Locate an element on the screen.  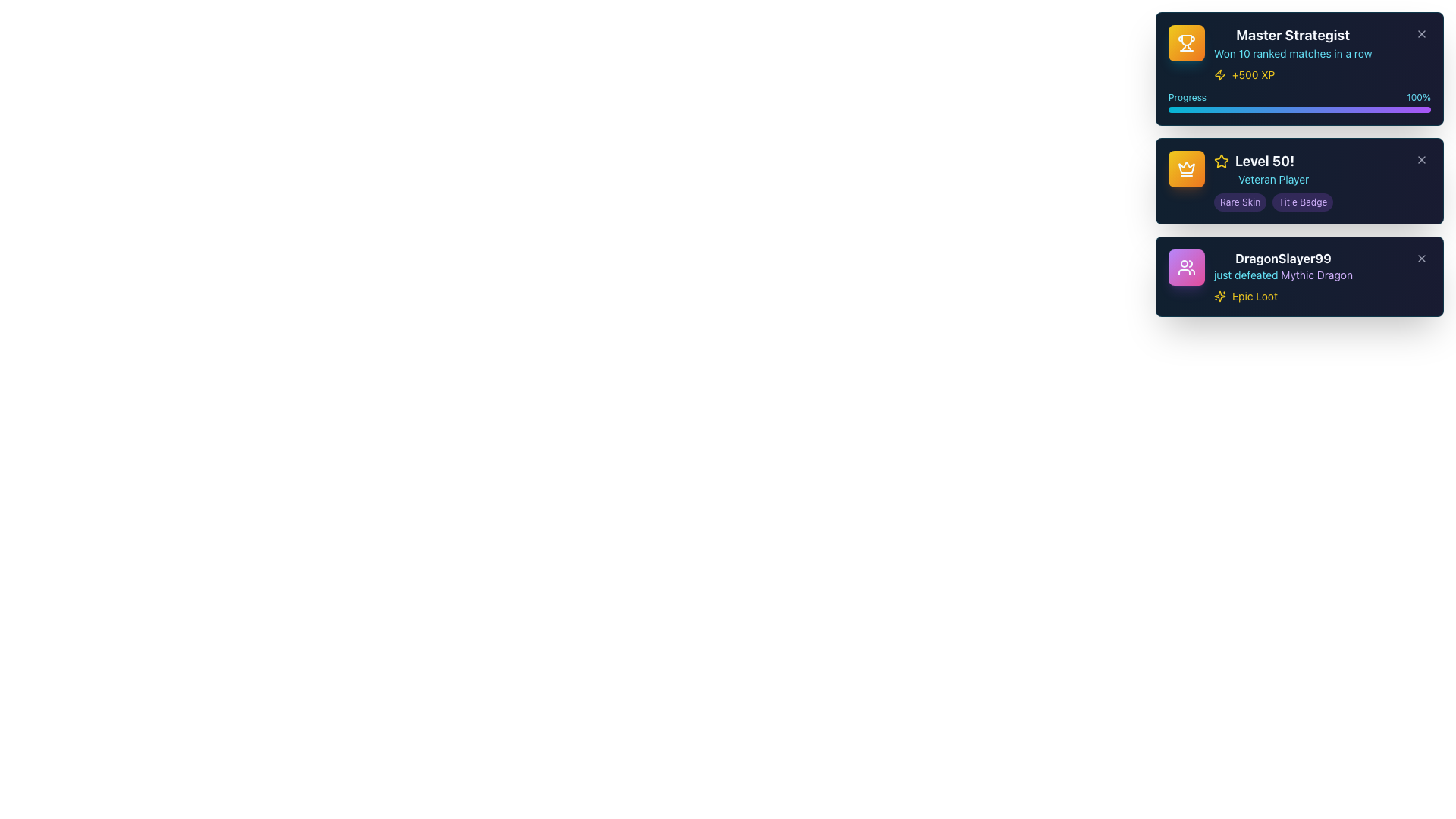
the close button styled as an 'X' located at the top-right corner of the 'Master Strategist' card is located at coordinates (1421, 34).